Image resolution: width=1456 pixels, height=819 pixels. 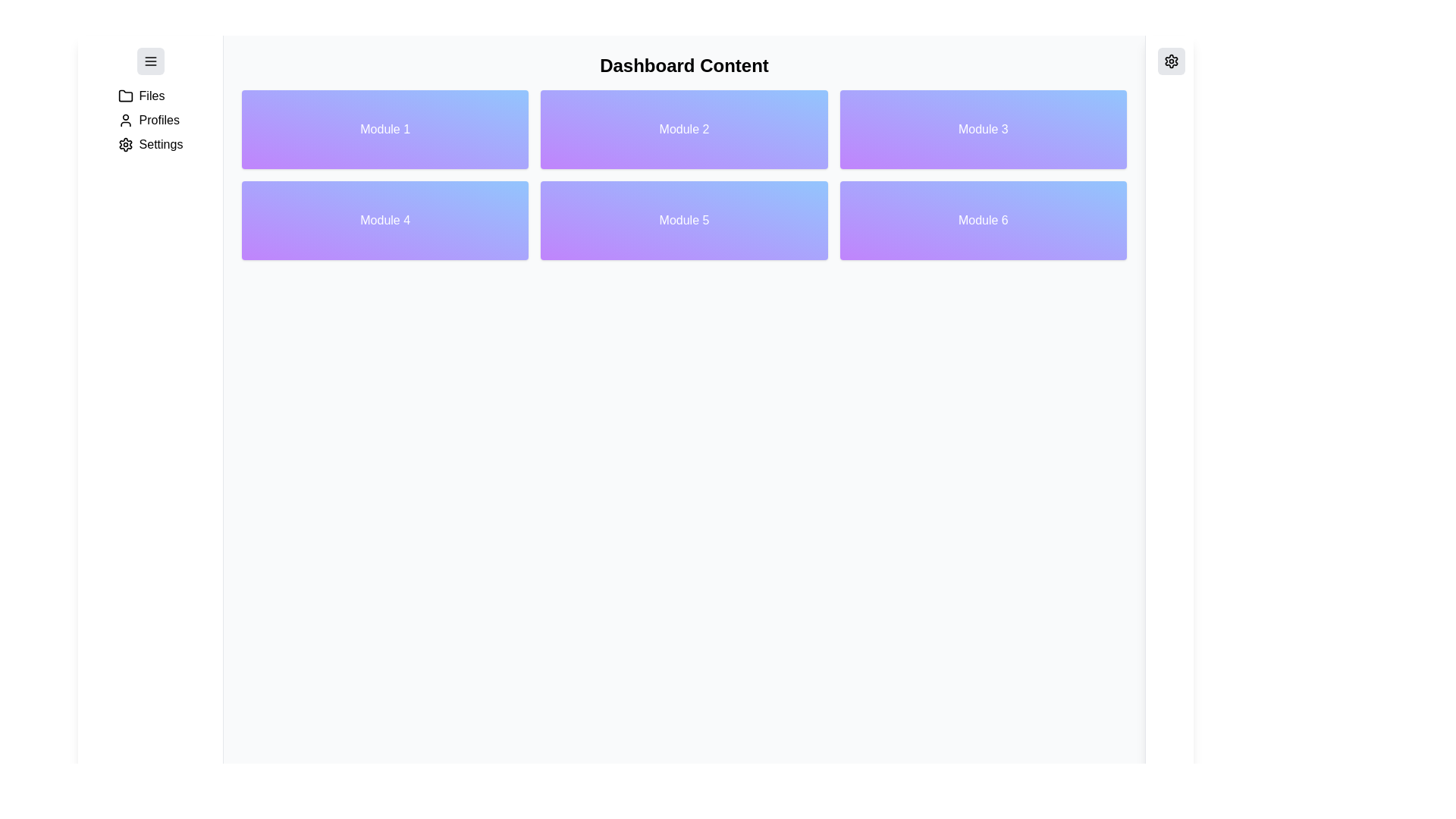 I want to click on the Menu Icon, which resembles three horizontal lines arranged vertically and is positioned in the navigation pane on the left-hand side, near the top of the vertical menu layout, so click(x=150, y=61).